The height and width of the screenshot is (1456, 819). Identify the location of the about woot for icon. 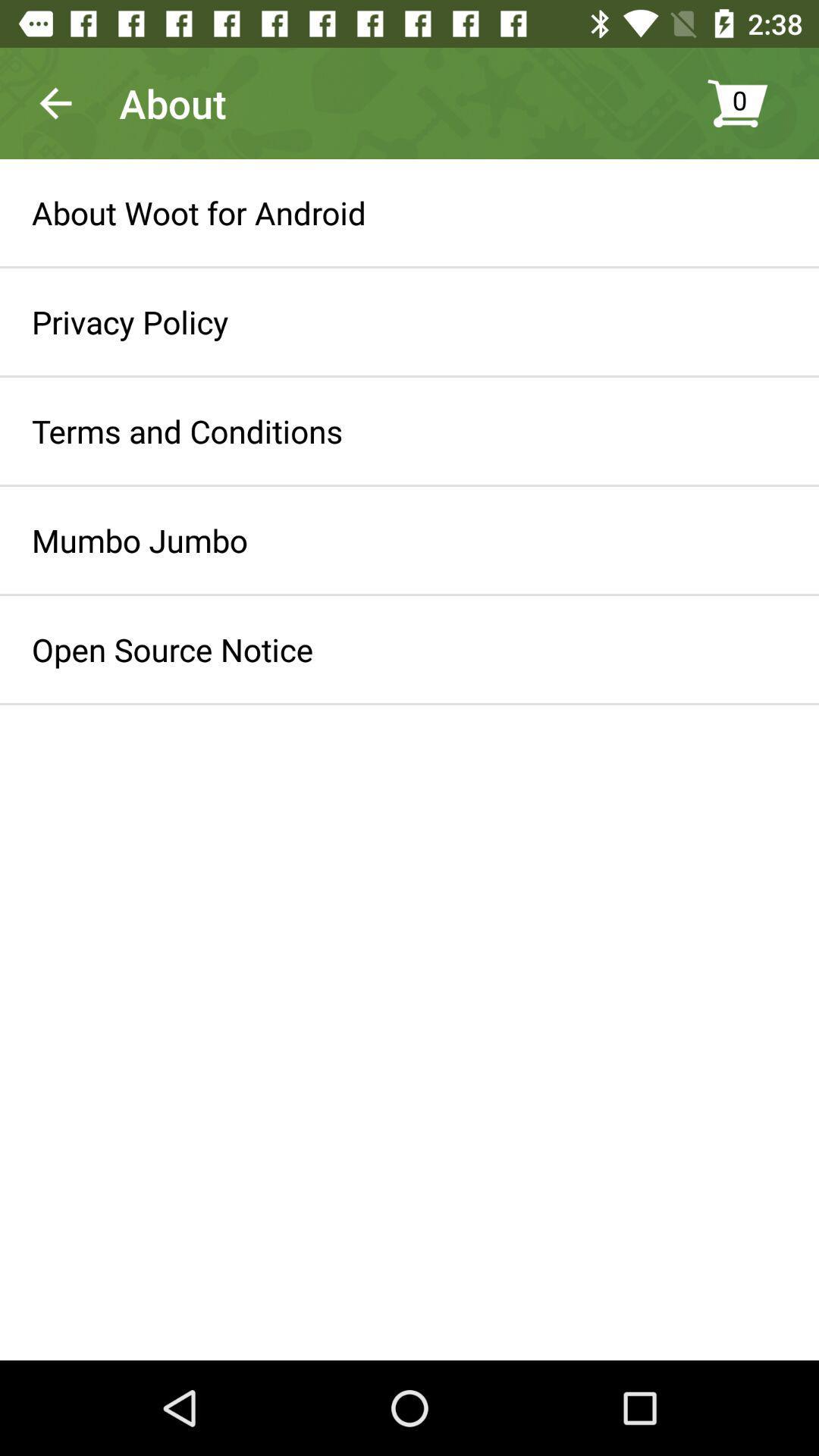
(198, 212).